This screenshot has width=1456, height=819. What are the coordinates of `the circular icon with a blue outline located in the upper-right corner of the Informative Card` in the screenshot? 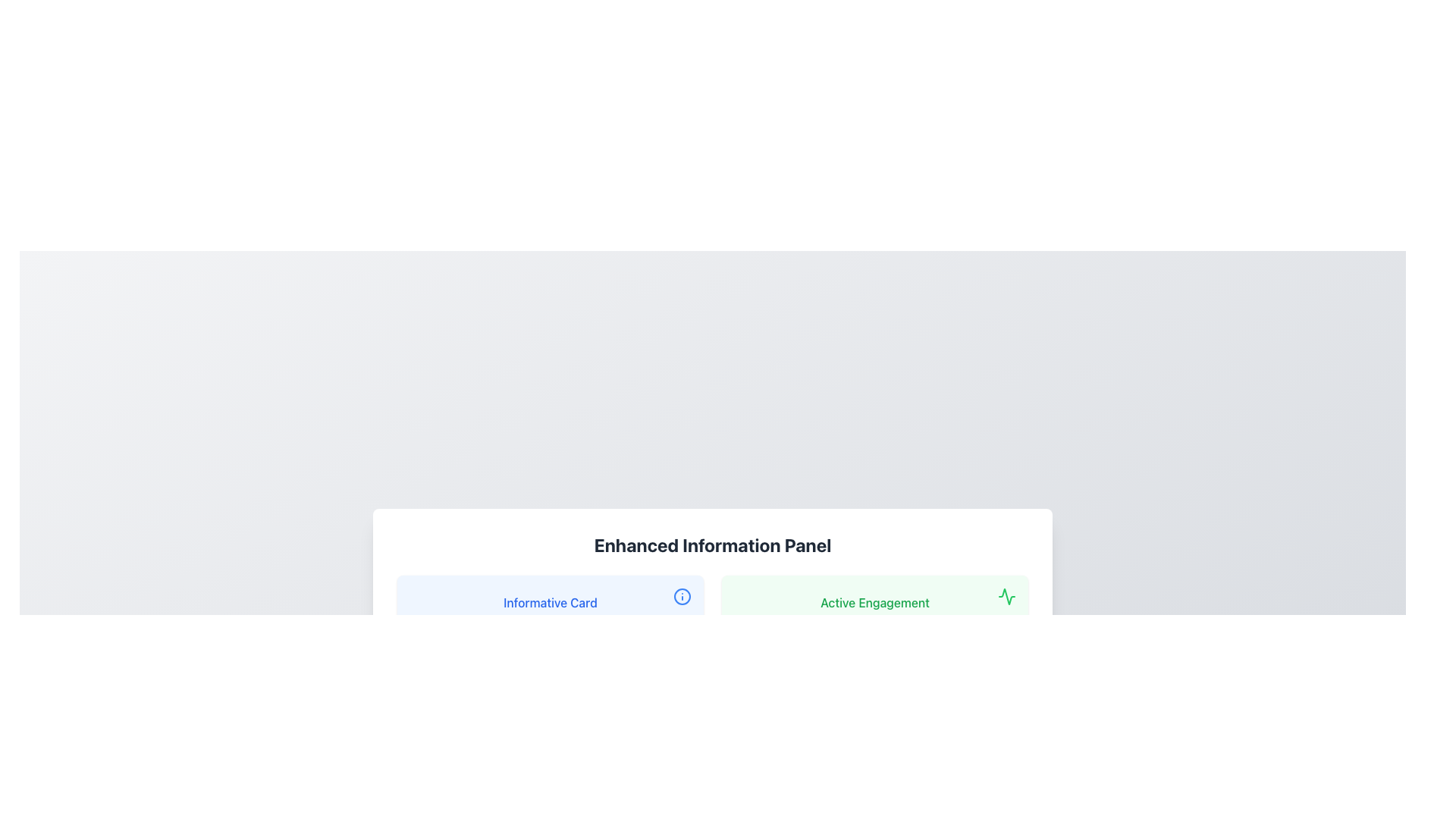 It's located at (682, 595).